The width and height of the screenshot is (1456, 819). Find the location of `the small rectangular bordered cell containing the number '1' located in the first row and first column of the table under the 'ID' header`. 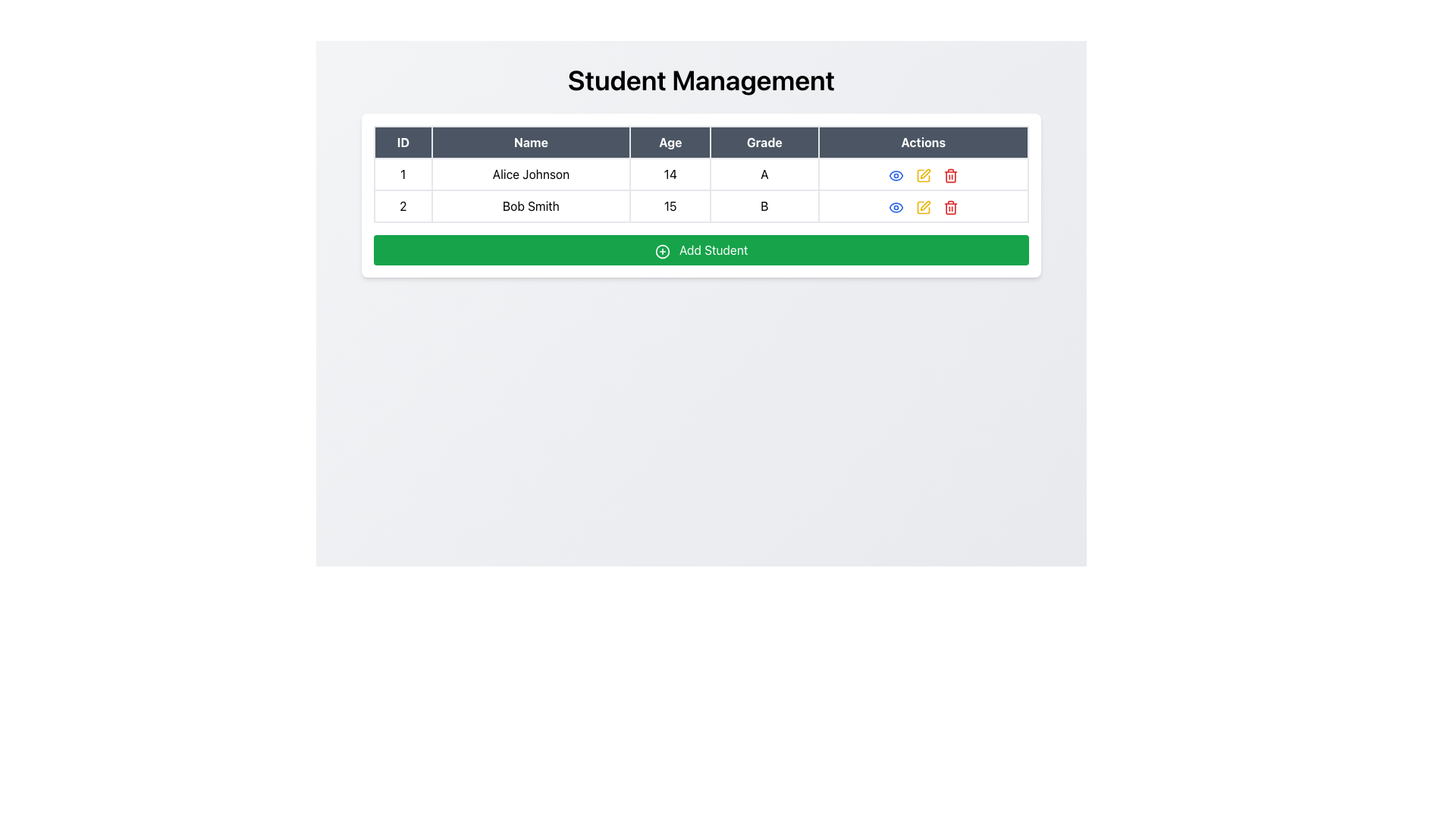

the small rectangular bordered cell containing the number '1' located in the first row and first column of the table under the 'ID' header is located at coordinates (403, 174).